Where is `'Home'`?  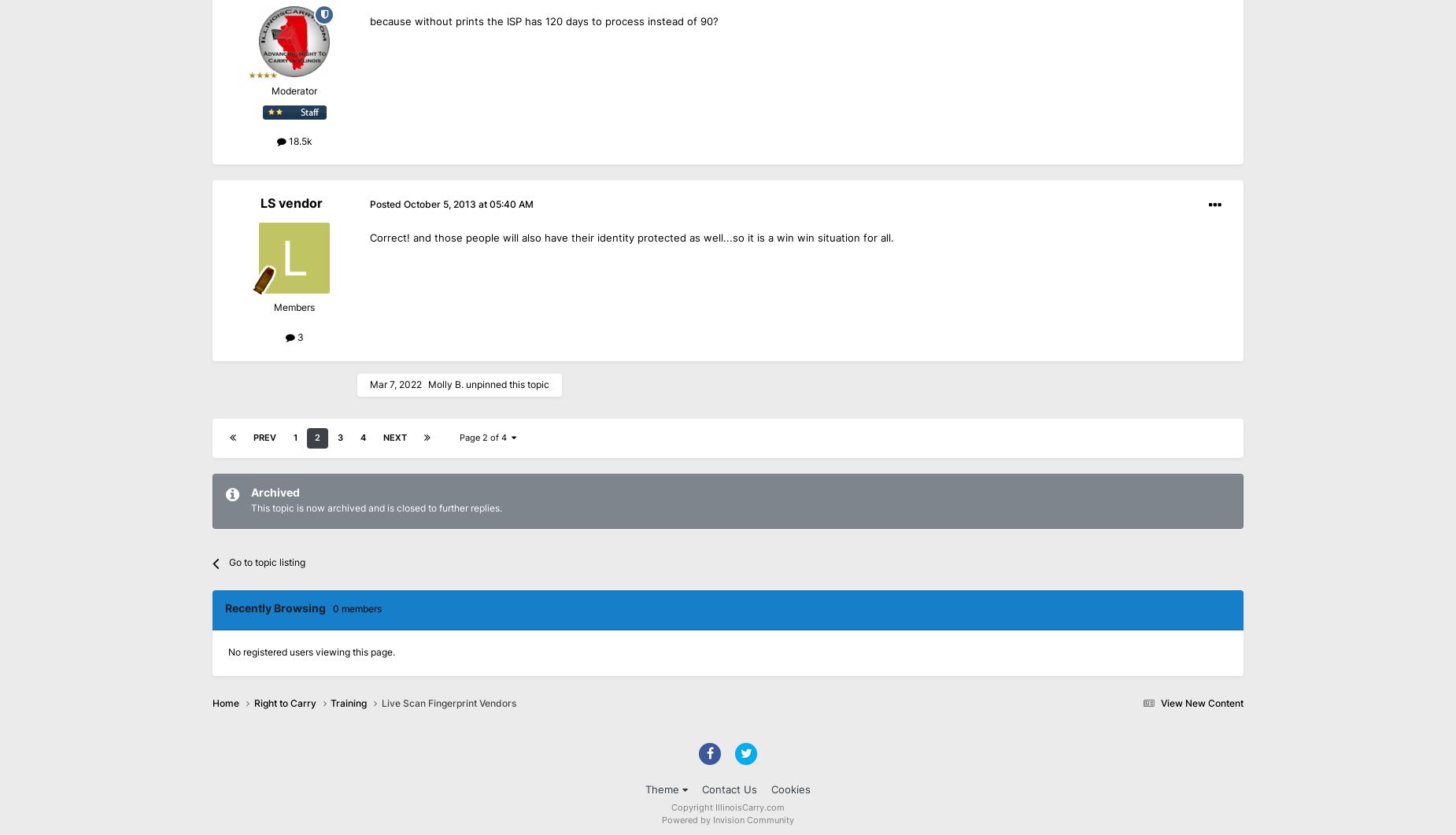
'Home' is located at coordinates (226, 702).